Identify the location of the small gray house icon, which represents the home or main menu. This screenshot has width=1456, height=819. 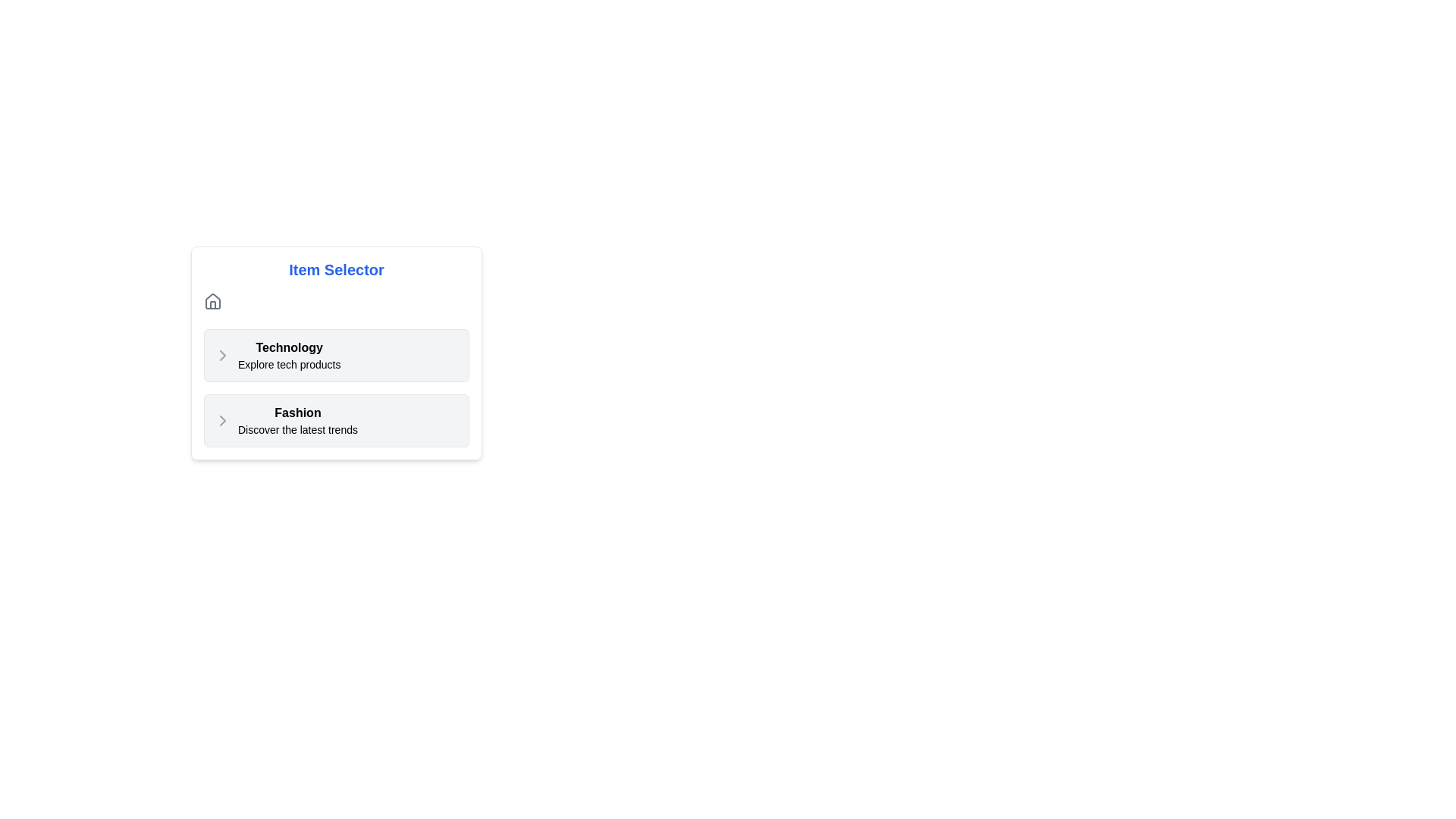
(212, 301).